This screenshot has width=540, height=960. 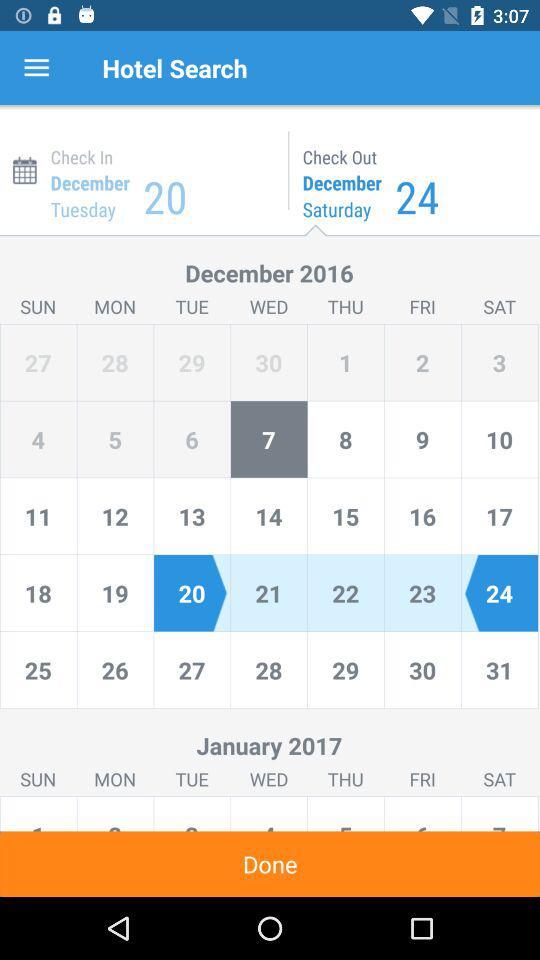 What do you see at coordinates (421, 439) in the screenshot?
I see `the number which is left to the number 10` at bounding box center [421, 439].